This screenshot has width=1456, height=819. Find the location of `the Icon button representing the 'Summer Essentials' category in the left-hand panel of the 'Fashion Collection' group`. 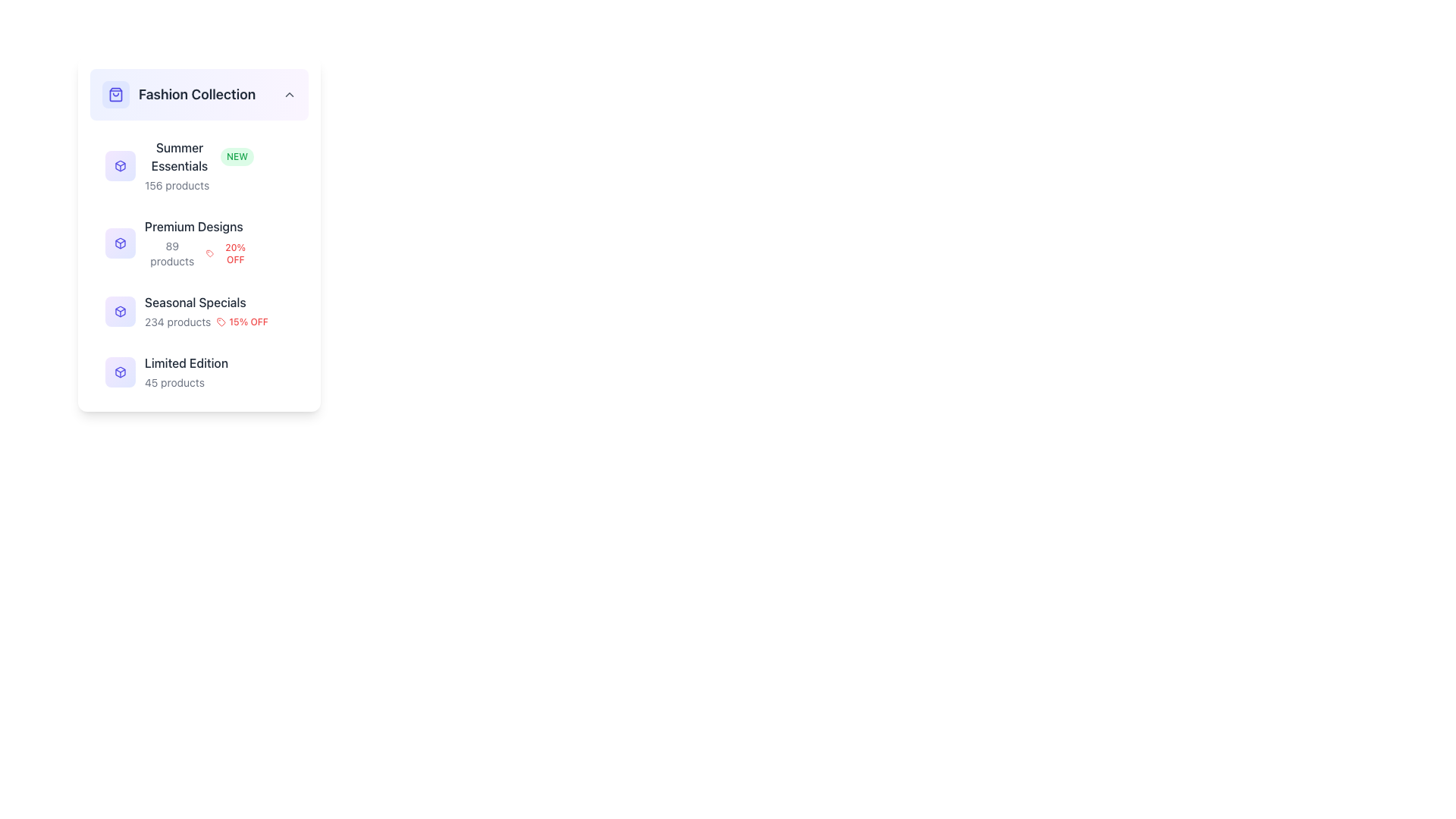

the Icon button representing the 'Summer Essentials' category in the left-hand panel of the 'Fashion Collection' group is located at coordinates (119, 166).